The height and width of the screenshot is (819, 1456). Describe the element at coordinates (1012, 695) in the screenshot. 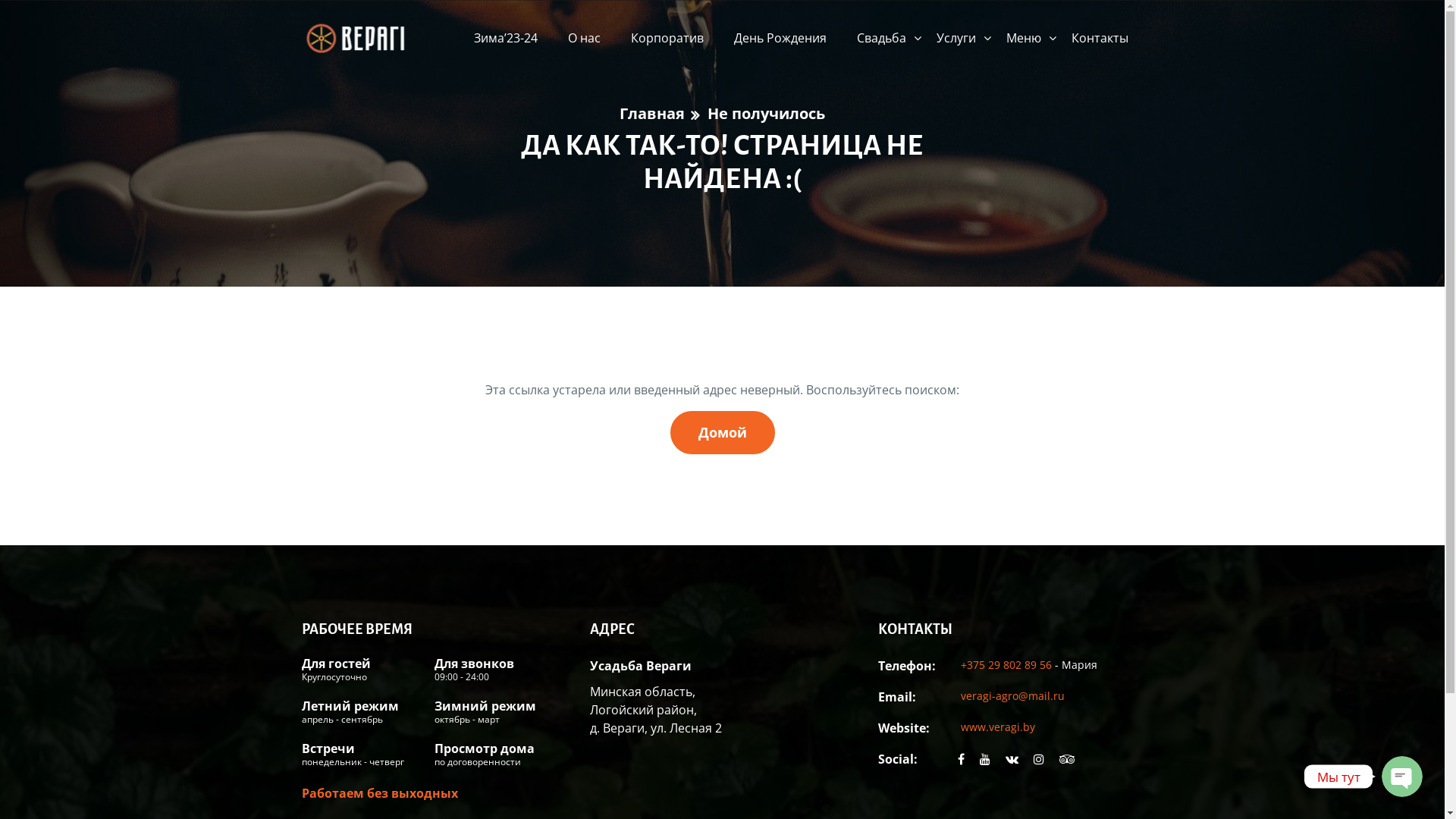

I see `'veragi-agro@mail.ru'` at that location.